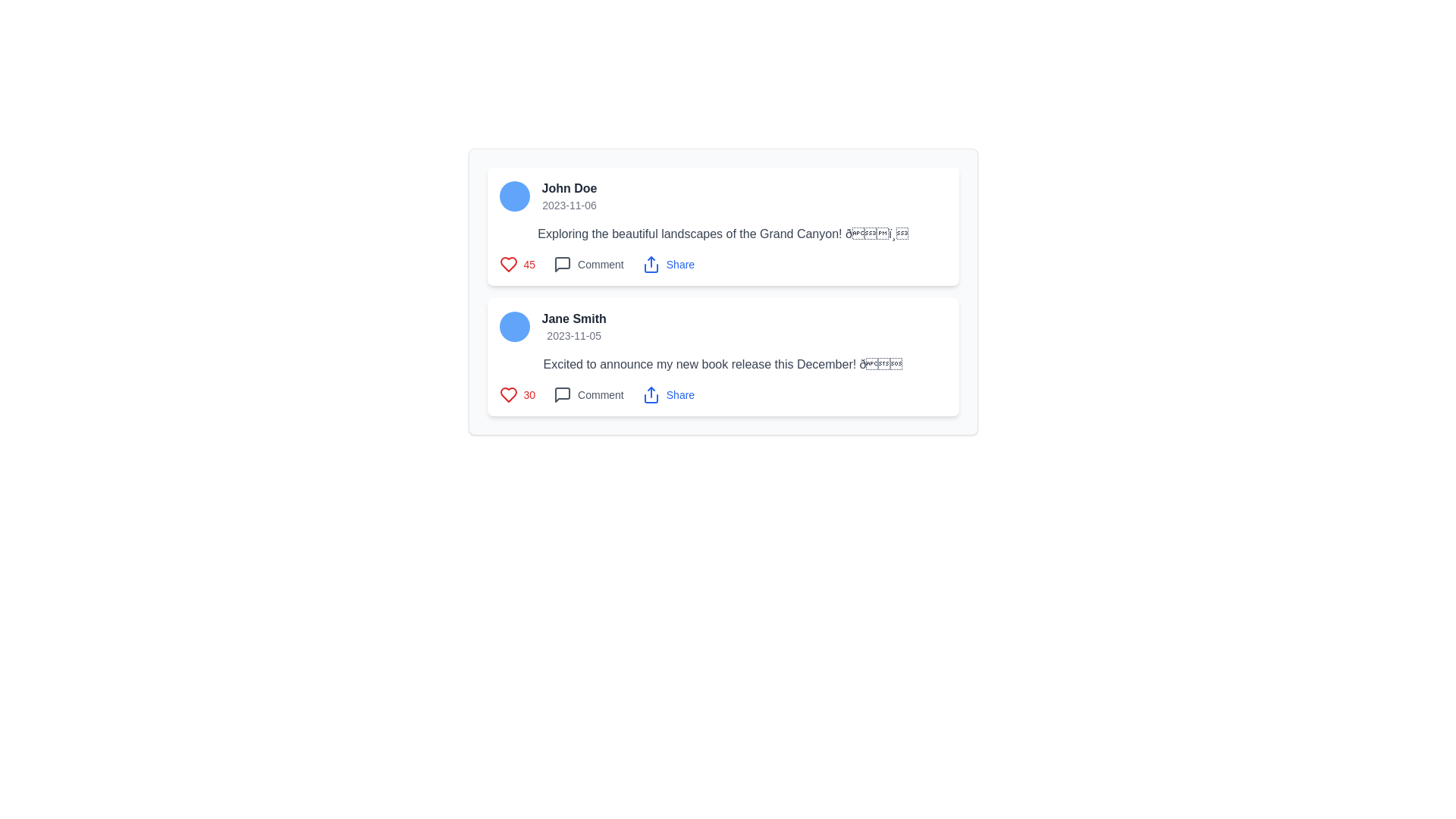 This screenshot has height=819, width=1456. What do you see at coordinates (529, 263) in the screenshot?
I see `the Text label displaying the count of interactions located to the immediate right of the red heart icon in the second post of a vertical stack of user posts` at bounding box center [529, 263].